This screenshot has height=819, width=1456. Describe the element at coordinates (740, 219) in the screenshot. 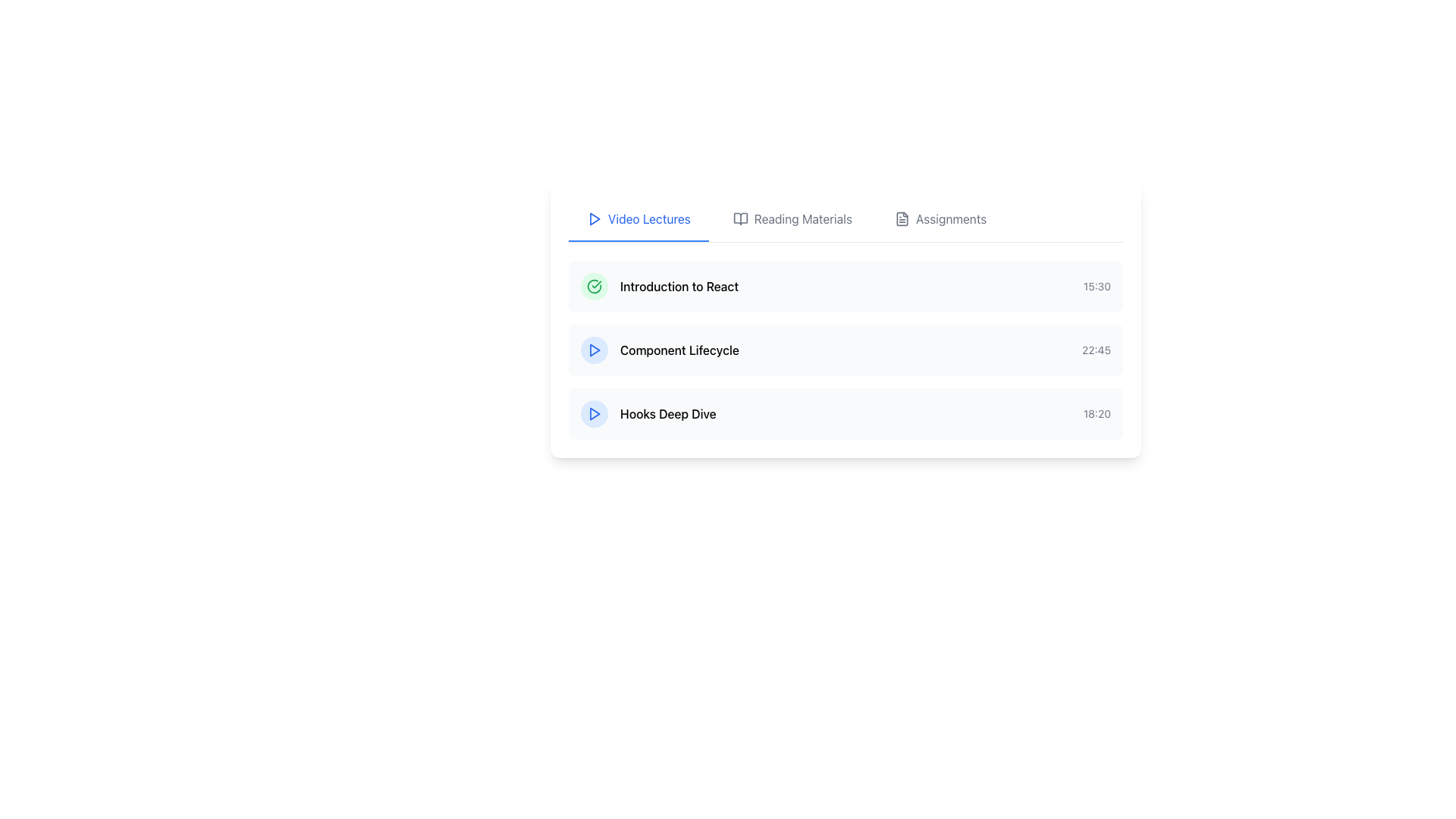

I see `the small open book icon in the 'Reading Materials' tab of the top navigation bar, which is the first icon aligned to the left of the tab text` at that location.